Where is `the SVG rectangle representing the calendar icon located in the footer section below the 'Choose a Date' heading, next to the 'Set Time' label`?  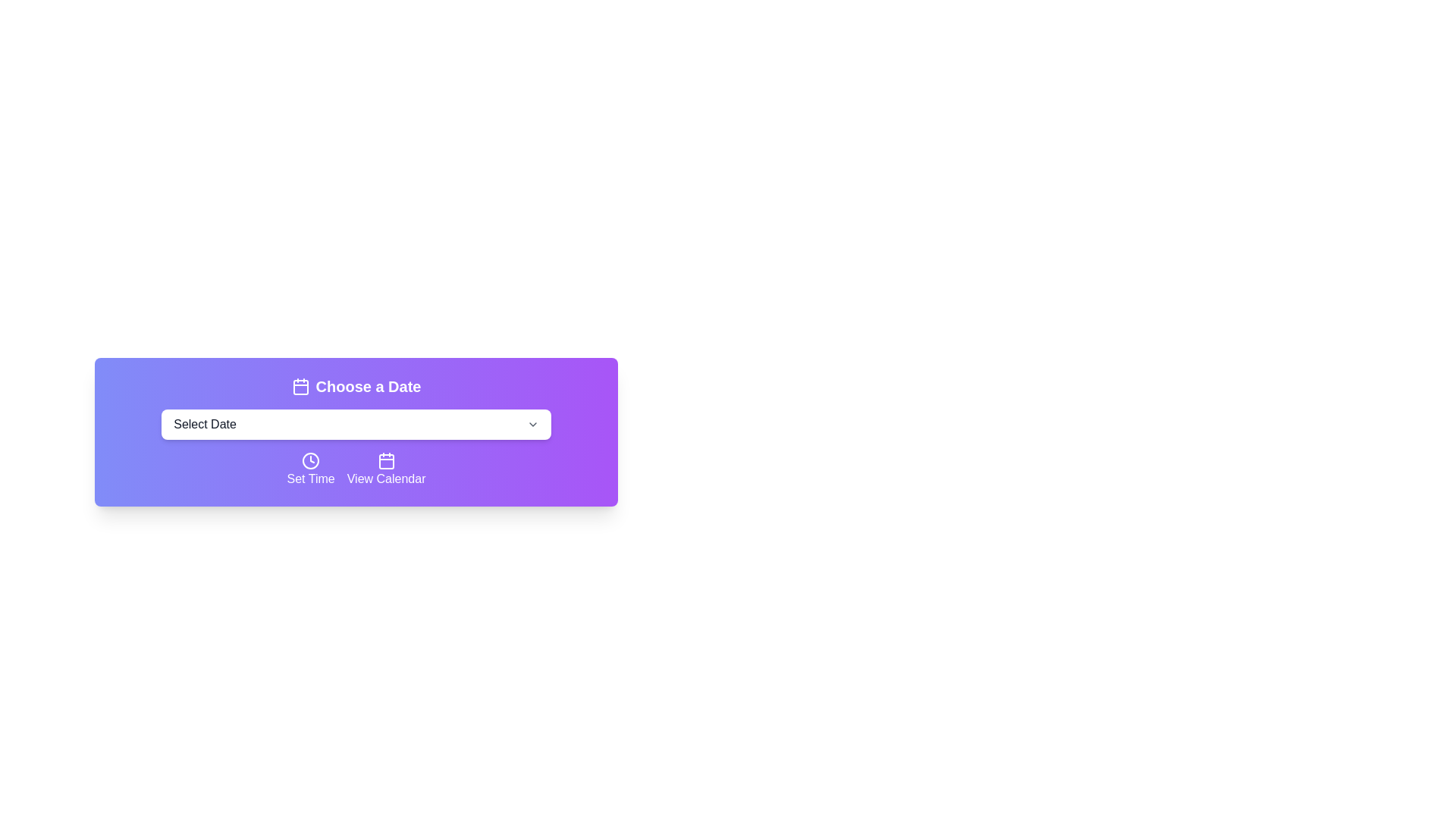 the SVG rectangle representing the calendar icon located in the footer section below the 'Choose a Date' heading, next to the 'Set Time' label is located at coordinates (386, 461).